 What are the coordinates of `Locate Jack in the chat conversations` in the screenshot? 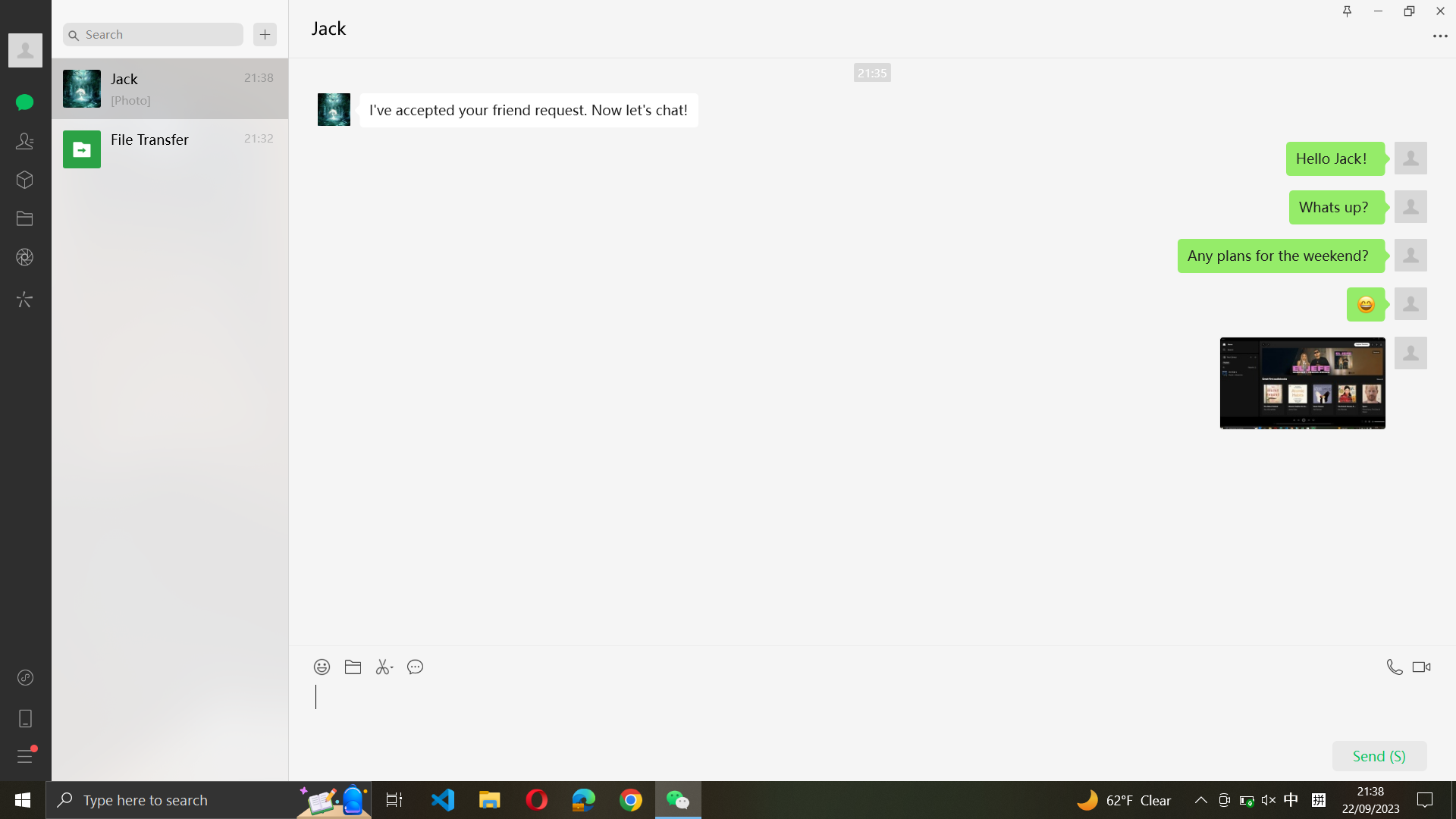 It's located at (152, 33).